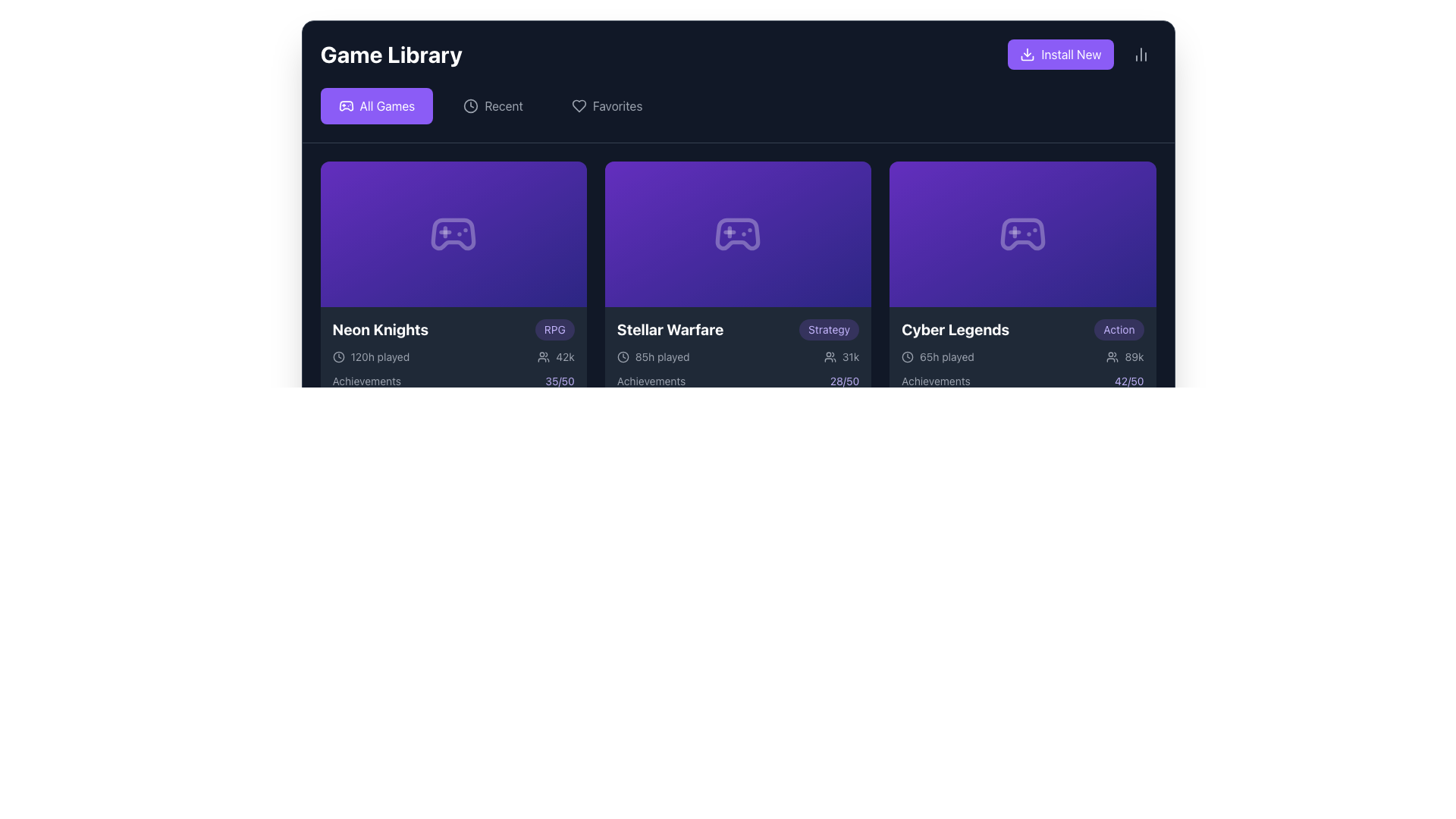 This screenshot has height=819, width=1456. I want to click on the title text label for the game 'Stellar Warfare', so click(669, 329).